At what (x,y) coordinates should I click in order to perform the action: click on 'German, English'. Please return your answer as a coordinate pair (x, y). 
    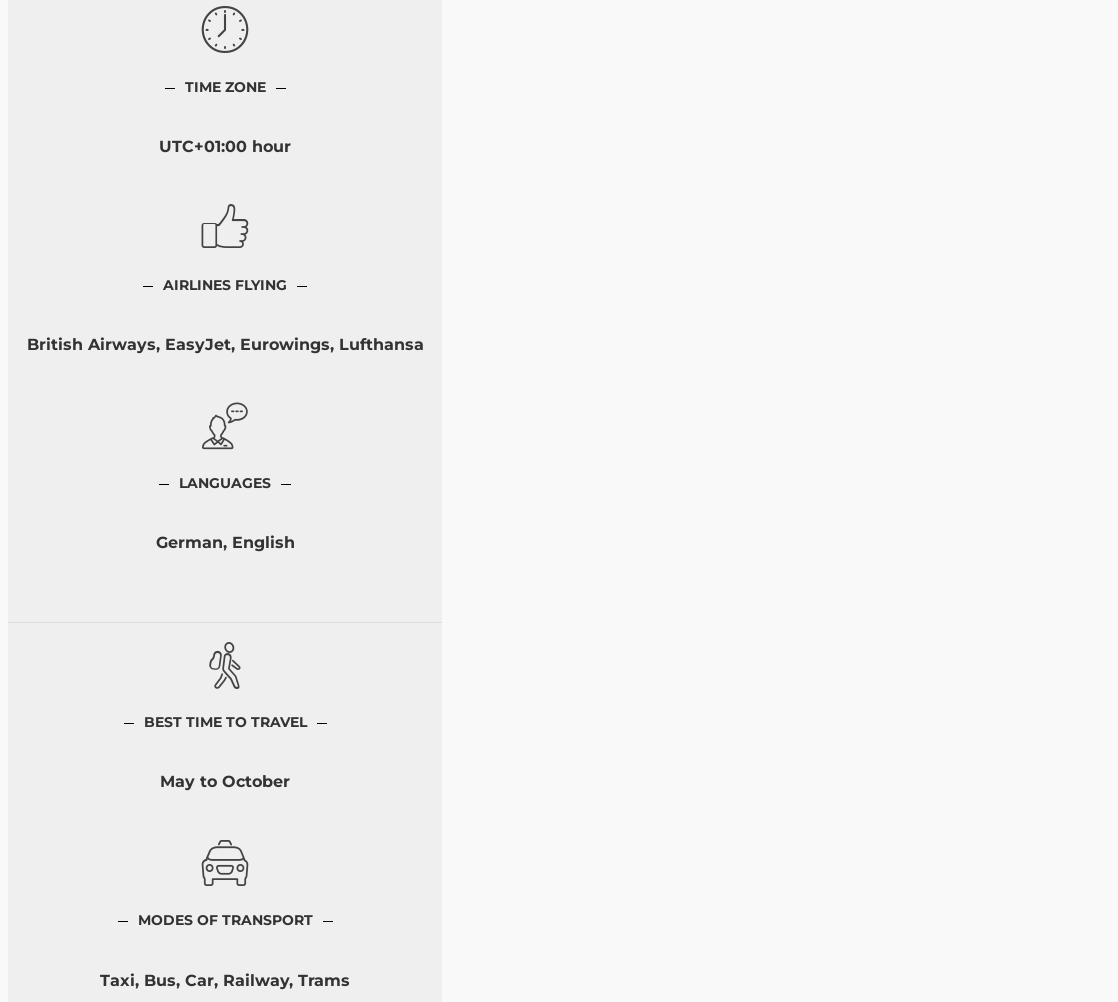
    Looking at the image, I should click on (224, 542).